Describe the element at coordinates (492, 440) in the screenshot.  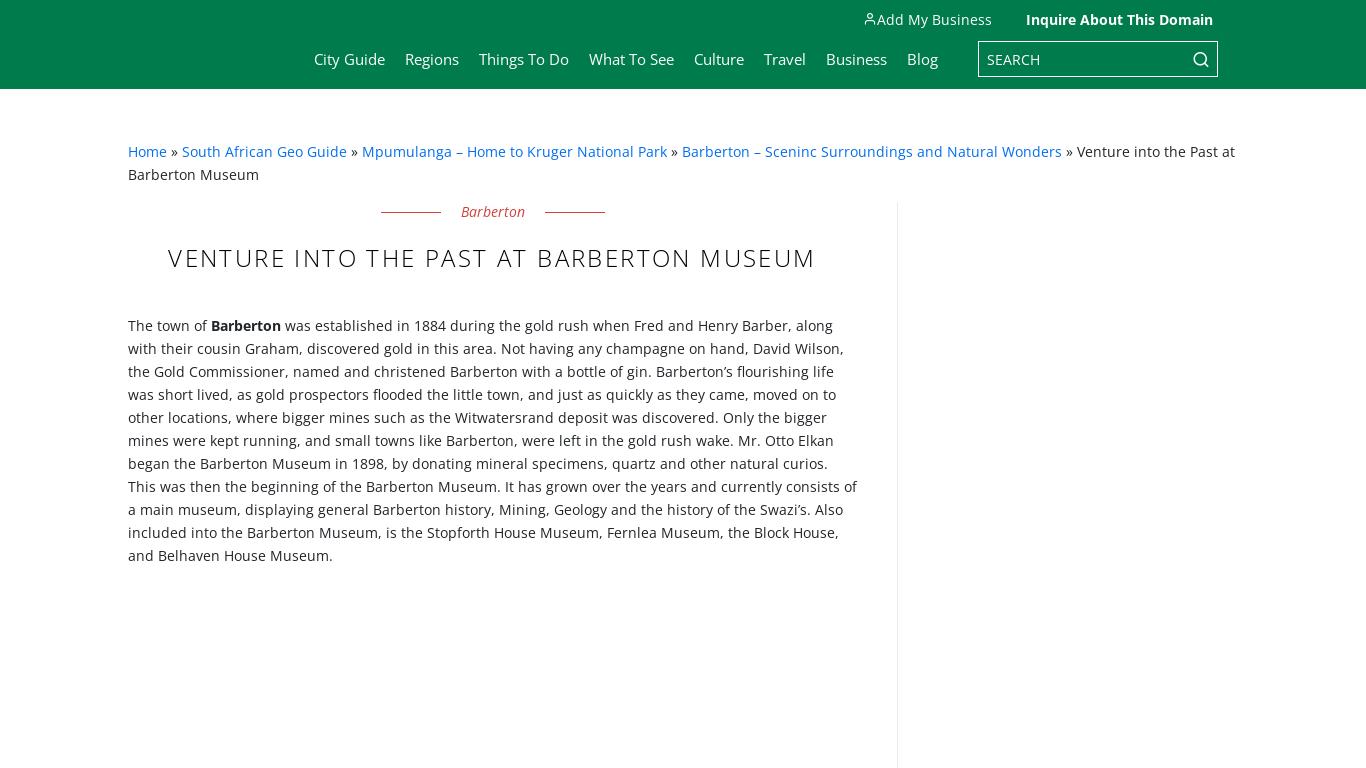
I see `'was established in 1884
during the
gold rush when Fred and Henry Barber, along with their cousin Graham, discovered
gold in
this area. Not having any champagne on hand, David Wilson, the Gold
Commissioner, named and christened Barberton with a bottle of gin.
Barberton’s flourishing life was short lived, as gold prospectors
flooded
the little town, and just as quickly as they came, moved on to other
locations, where bigger mines such as the Witwatersrand deposit was
discovered. Only the bigger mines were kept running, and small towns
like
Barberton, were left in the gold rush wake. Mr. Otto Elkan began the
Barberton Museum in 1898, by donating mineral specimens, quartz and
other
natural curios. This was then the beginning of the Barberton
Museum. It has grown over the years and currently consists of
a main museum, displaying general Barberton history, Mining, Geology and
the
history of the Swazi’s. Also included into the Barberton Museum, is
the
Stopforth House Museum, Fernlea Museum, the Block House, and Belhaven
House
Museum.'` at that location.